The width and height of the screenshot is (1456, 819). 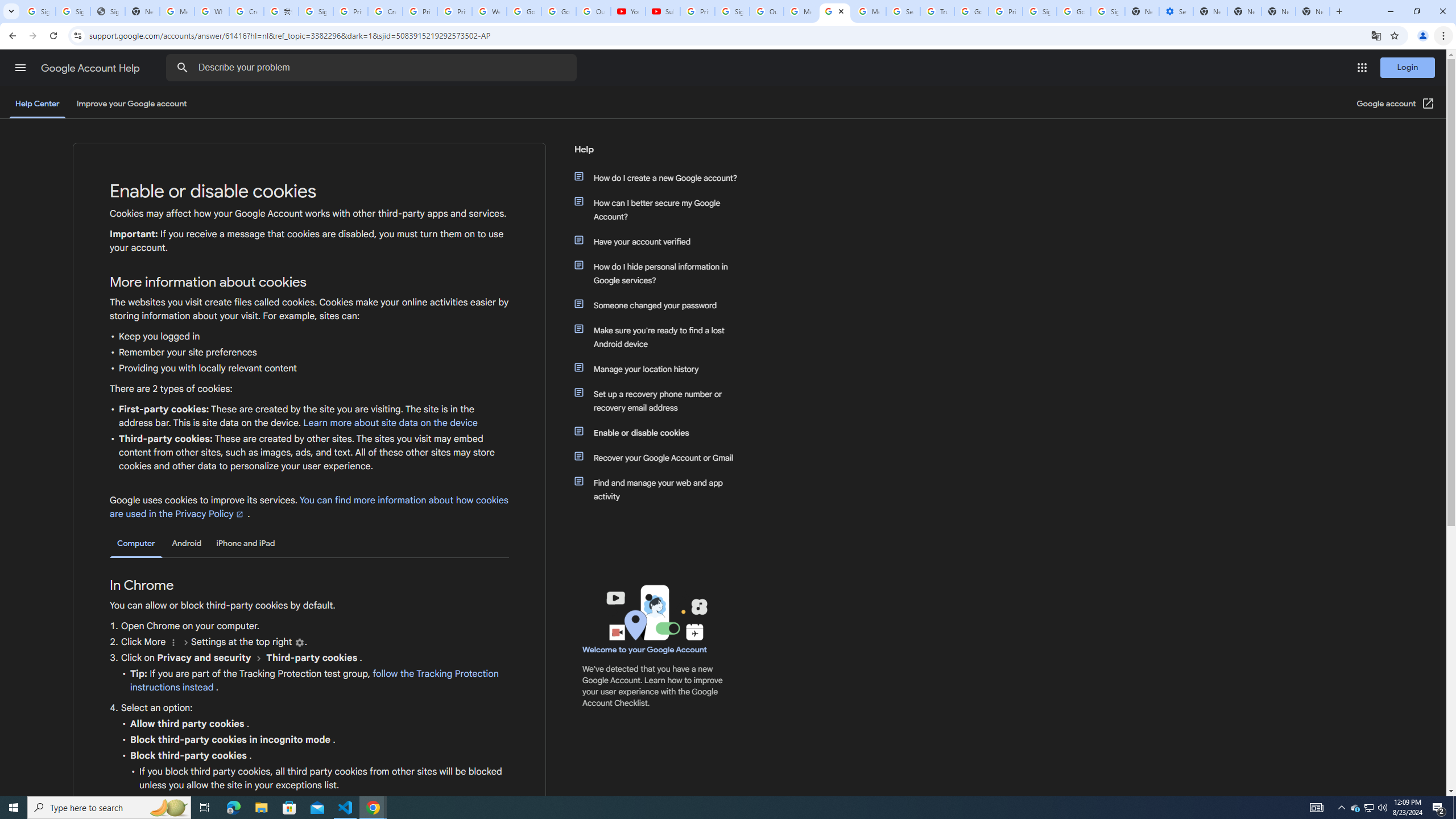 I want to click on 'How can I better secure my Google Account?', so click(x=661, y=209).